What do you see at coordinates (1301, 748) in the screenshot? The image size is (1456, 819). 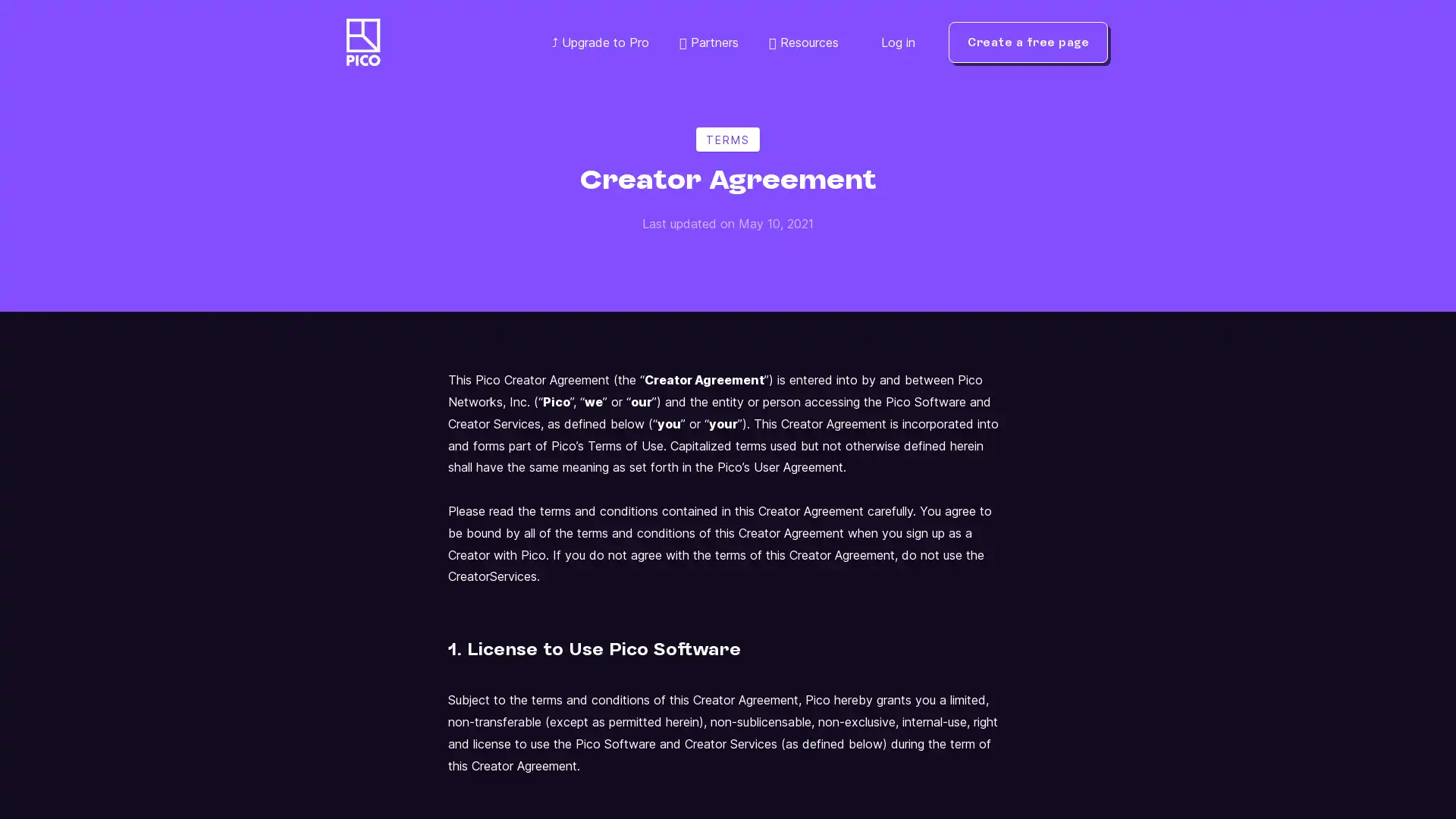 I see `Accept` at bounding box center [1301, 748].